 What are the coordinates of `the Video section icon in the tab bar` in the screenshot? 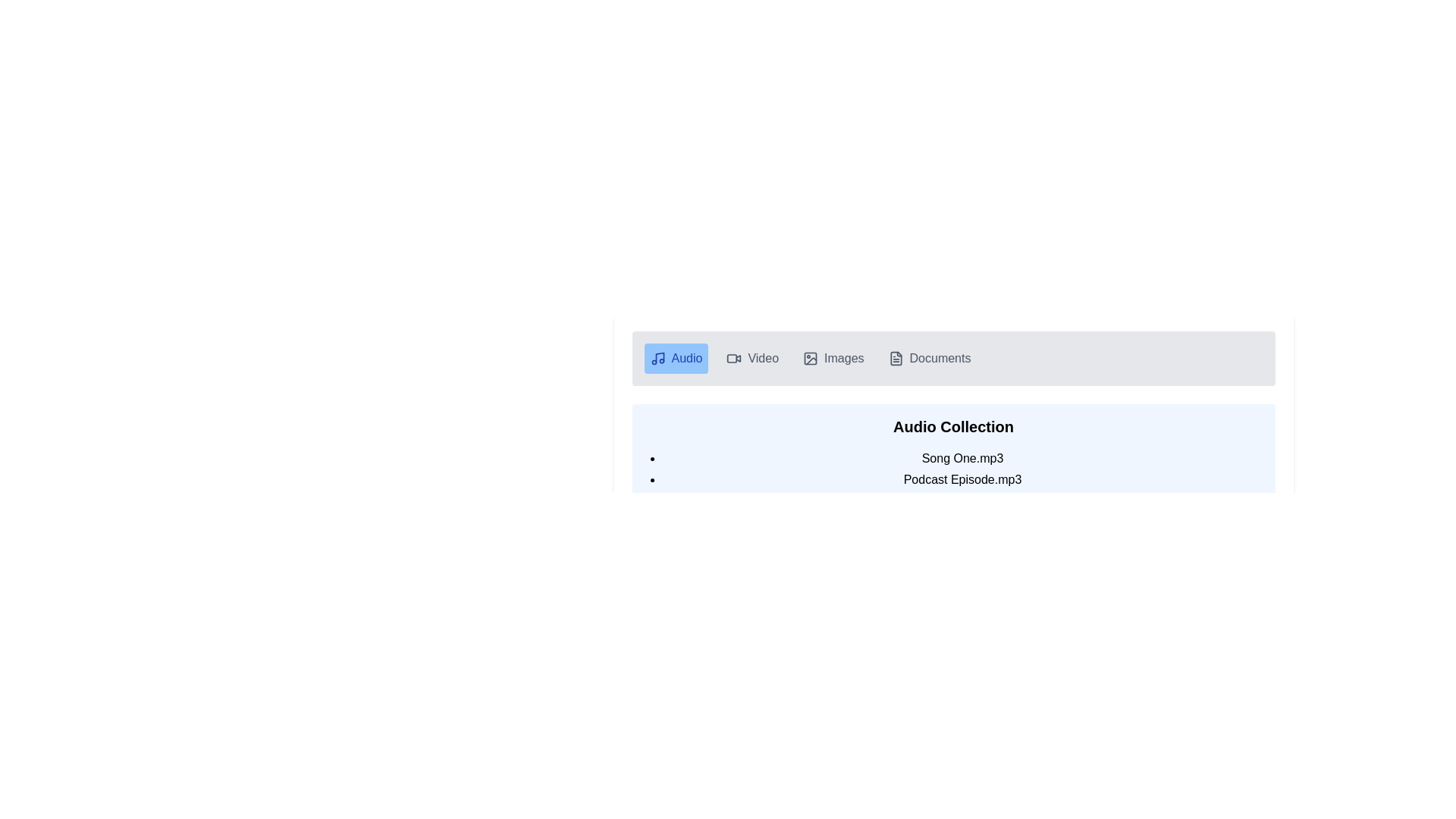 It's located at (732, 359).